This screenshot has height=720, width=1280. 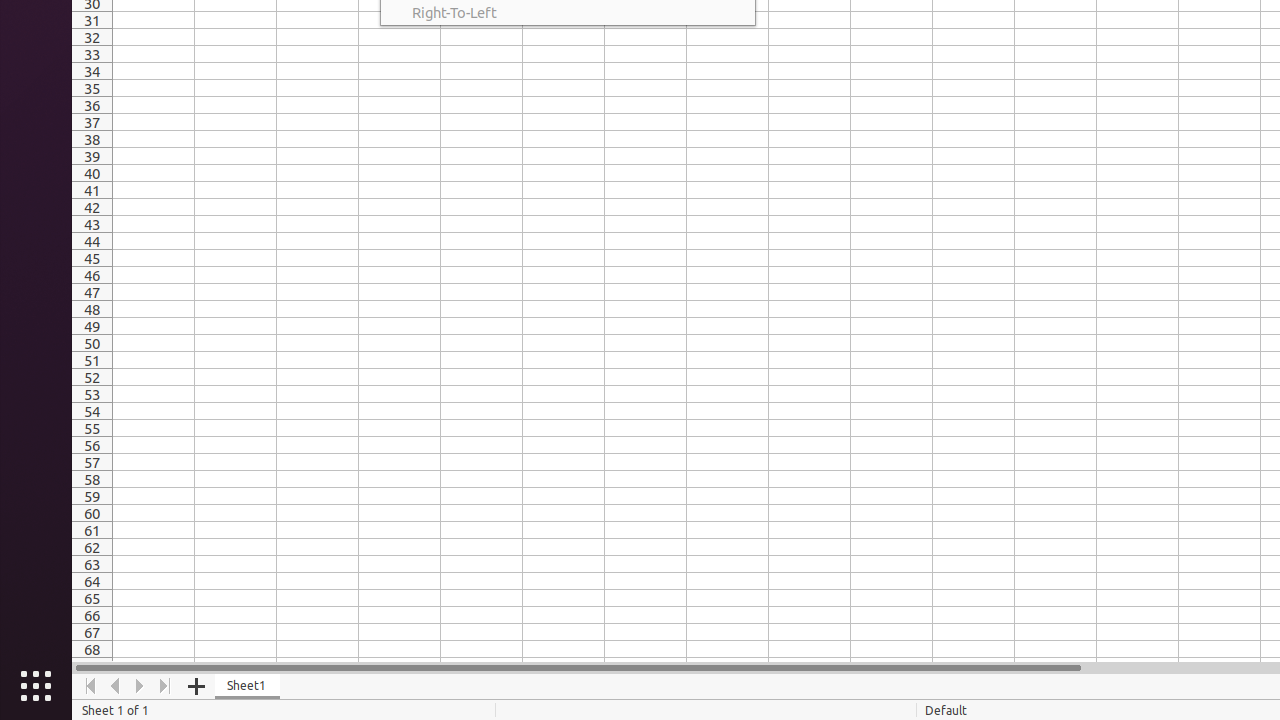 What do you see at coordinates (114, 685) in the screenshot?
I see `'Move Left'` at bounding box center [114, 685].